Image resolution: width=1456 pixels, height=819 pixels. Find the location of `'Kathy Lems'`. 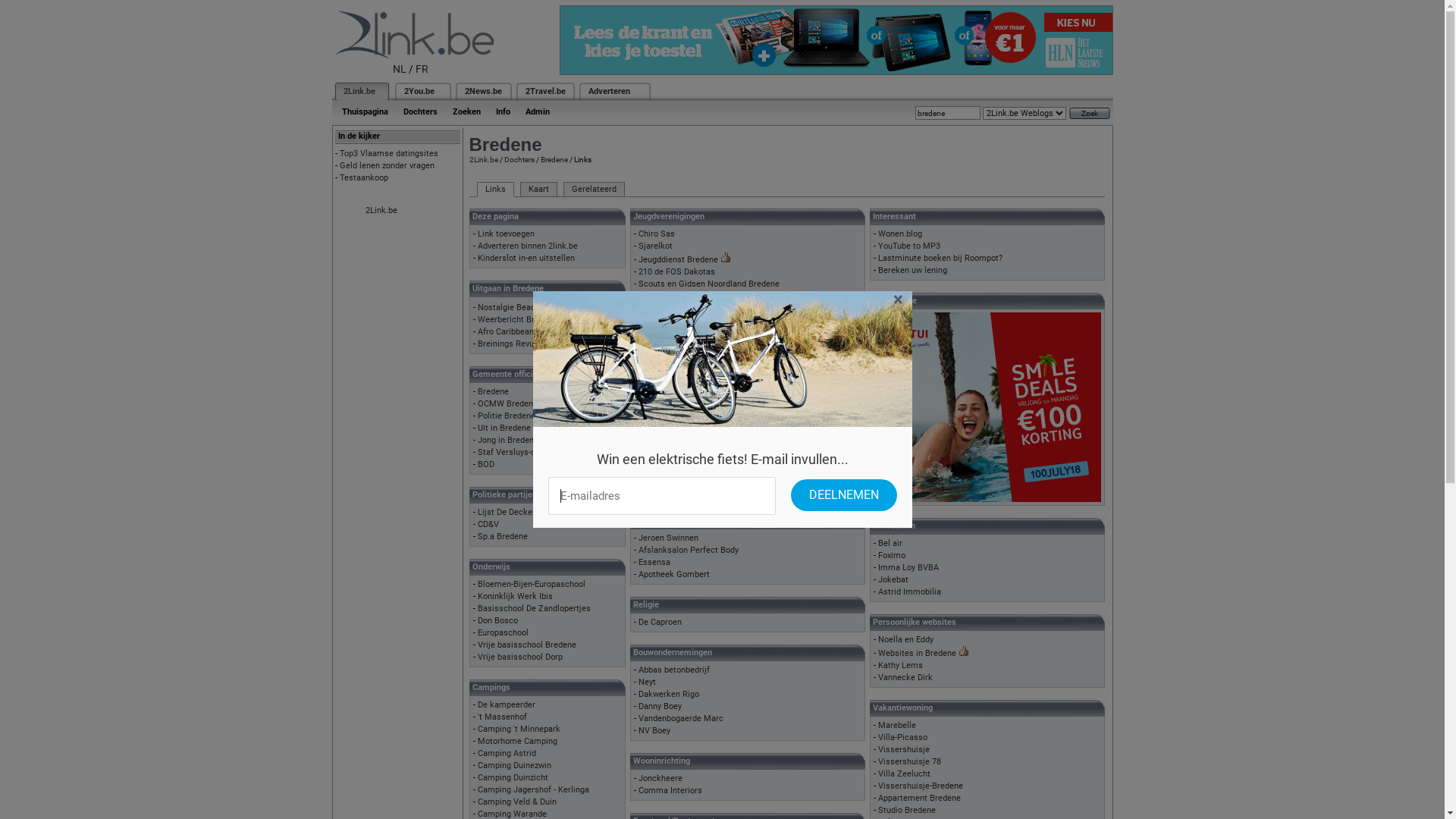

'Kathy Lems' is located at coordinates (900, 664).